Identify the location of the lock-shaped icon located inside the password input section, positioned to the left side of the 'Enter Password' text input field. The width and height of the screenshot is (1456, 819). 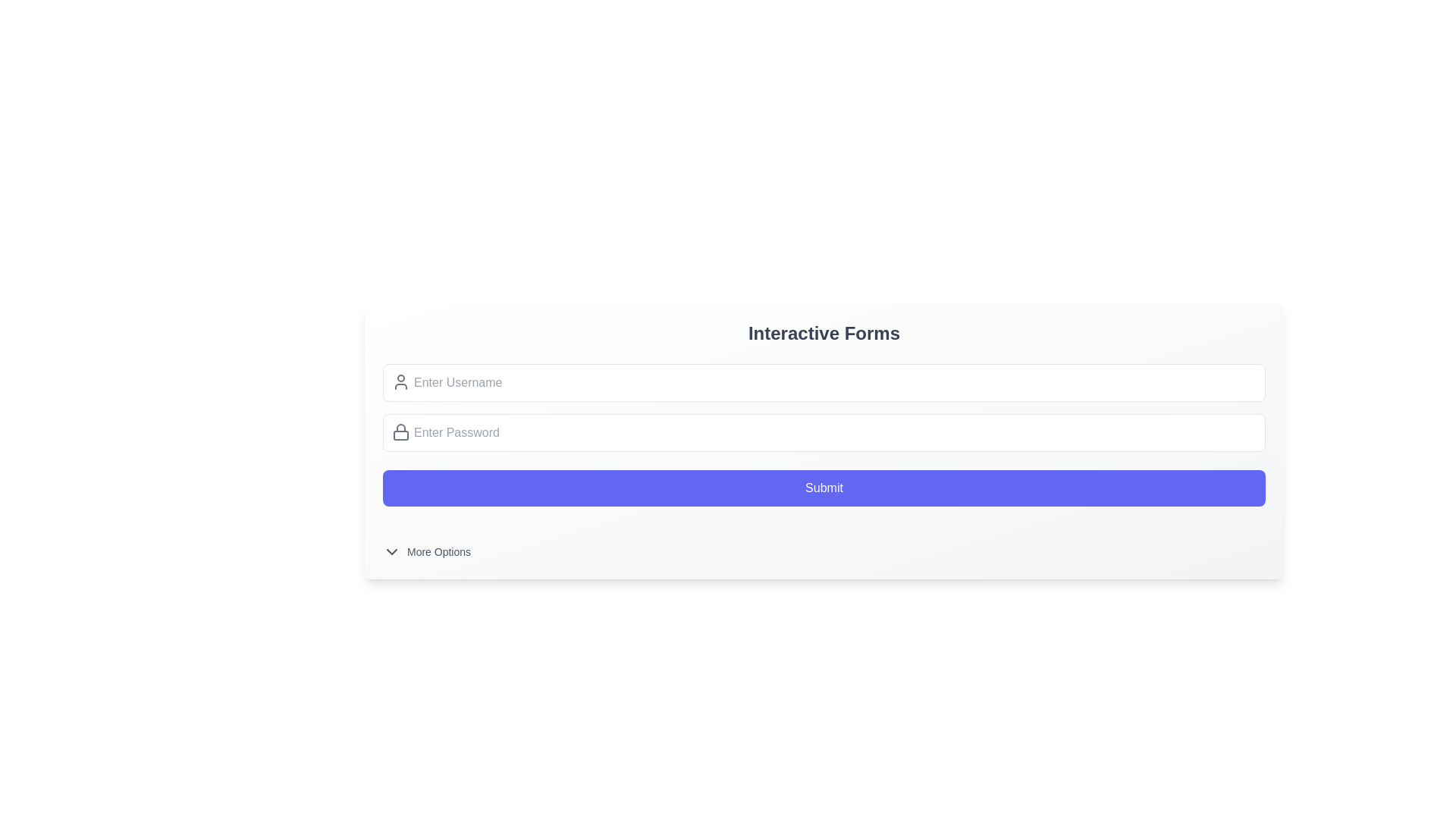
(400, 432).